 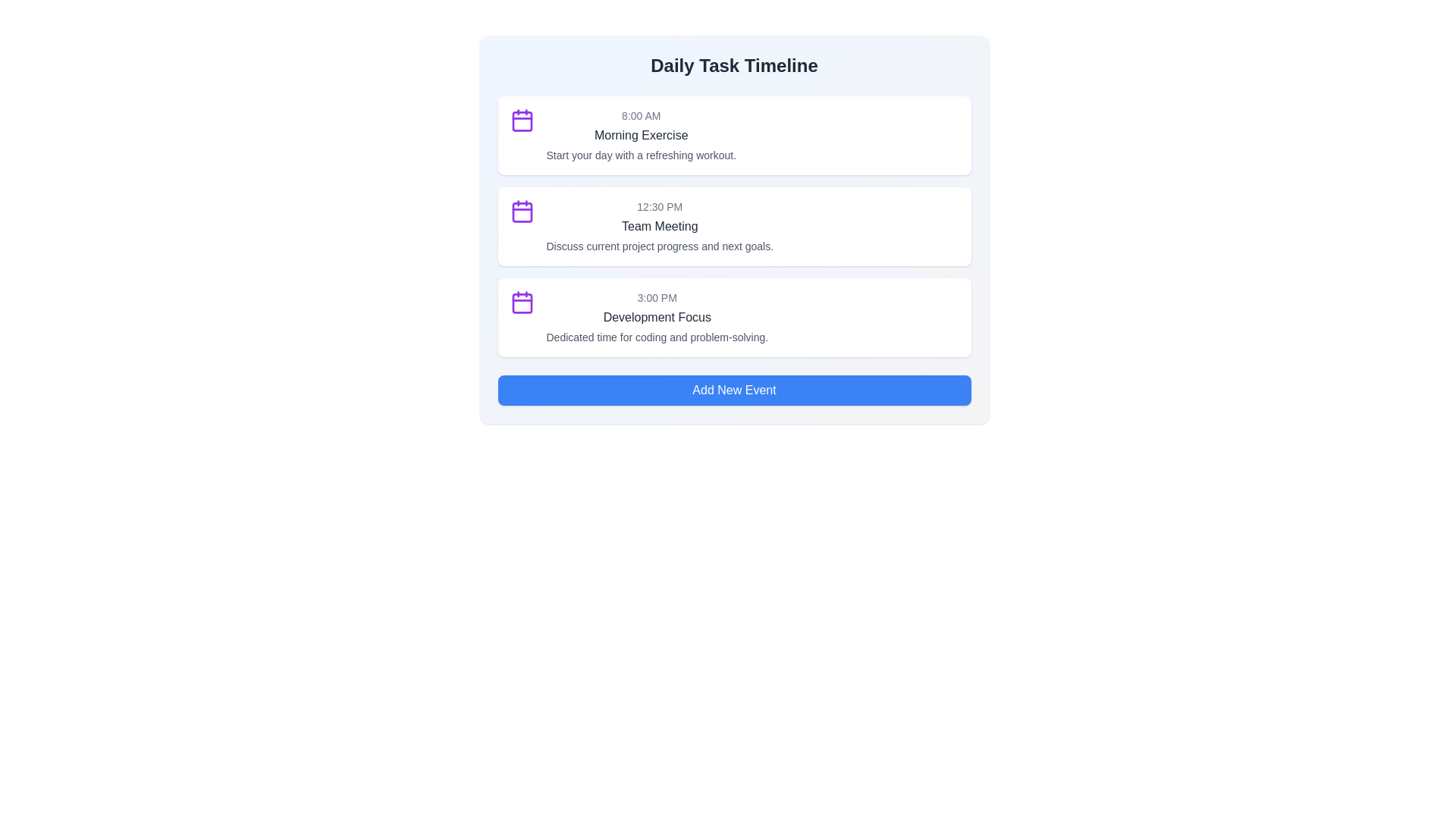 What do you see at coordinates (657, 317) in the screenshot?
I see `text label stating 'Development Focus', which is centrally aligned within the timeline entry, positioned between '3:00 PM' above it and the description below it` at bounding box center [657, 317].